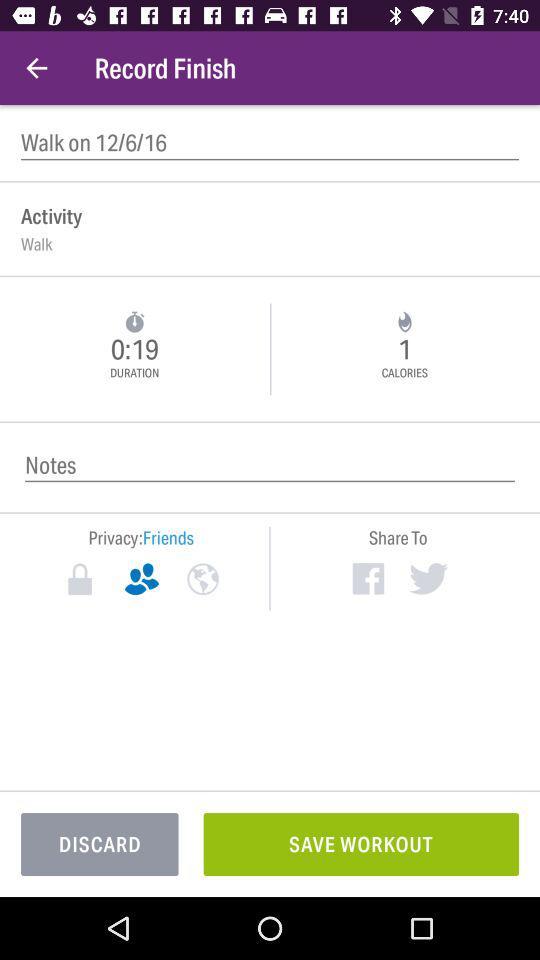  I want to click on hide all personal information, so click(79, 579).